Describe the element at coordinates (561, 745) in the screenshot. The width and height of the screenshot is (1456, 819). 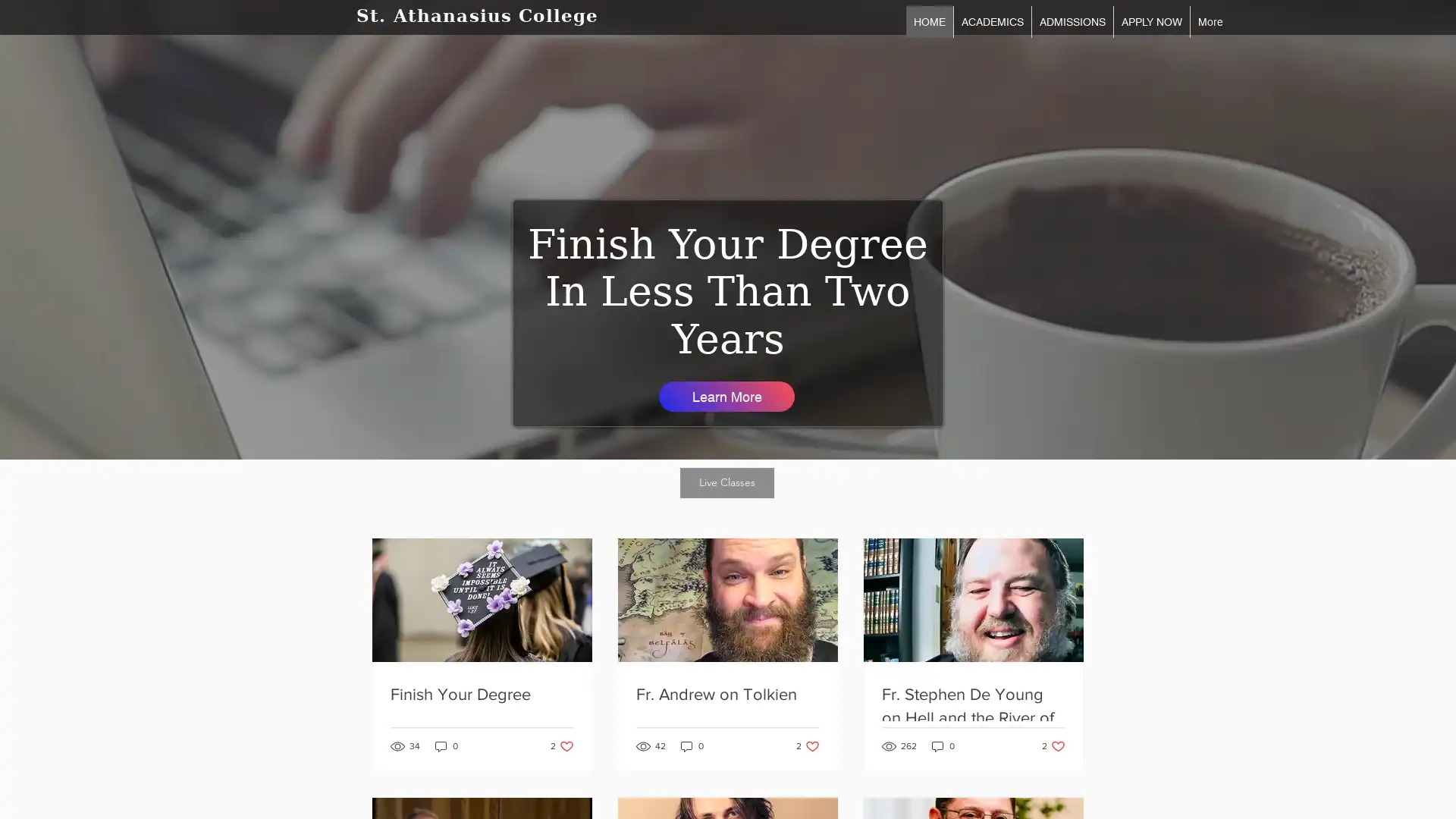
I see `2 likes. Post not marked as liked` at that location.